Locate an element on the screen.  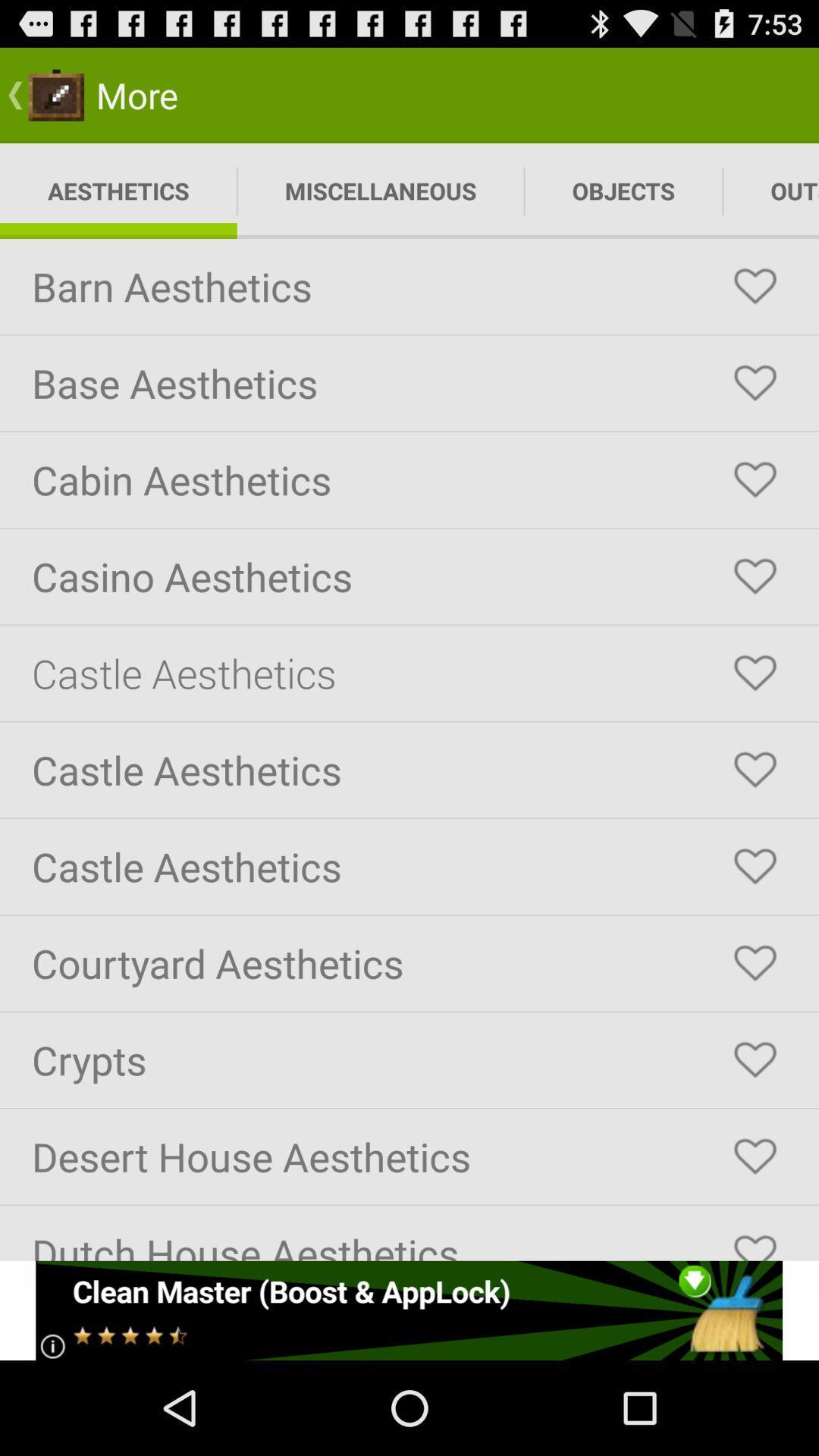
to favorites is located at coordinates (755, 576).